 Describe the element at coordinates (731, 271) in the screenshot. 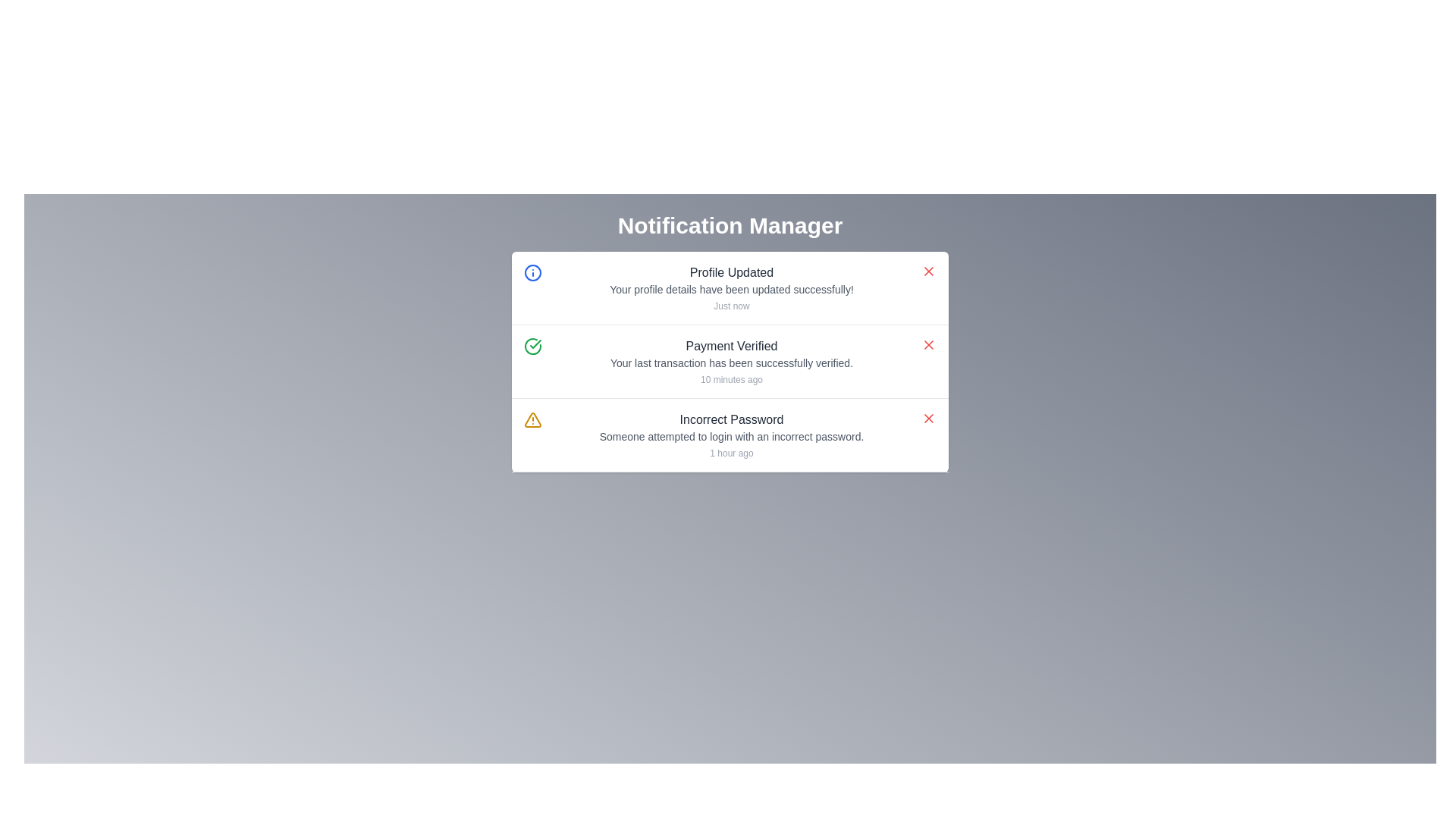

I see `text content of the 'Profile Updated' notification at the top of the notification card in the Notification Manager interface` at that location.